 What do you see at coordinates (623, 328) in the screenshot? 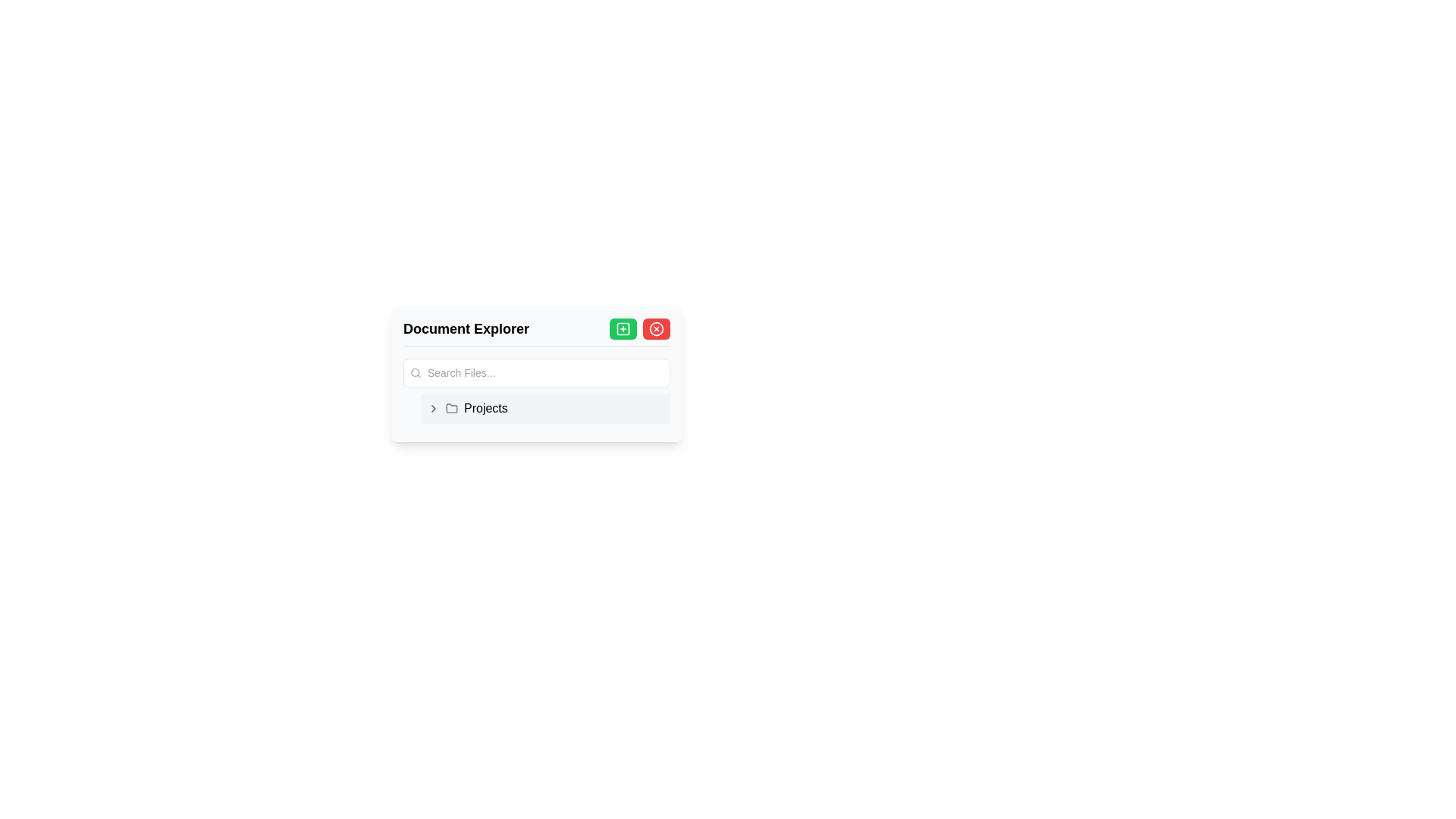
I see `the green outlined square icon button in the Document Explorer interface` at bounding box center [623, 328].